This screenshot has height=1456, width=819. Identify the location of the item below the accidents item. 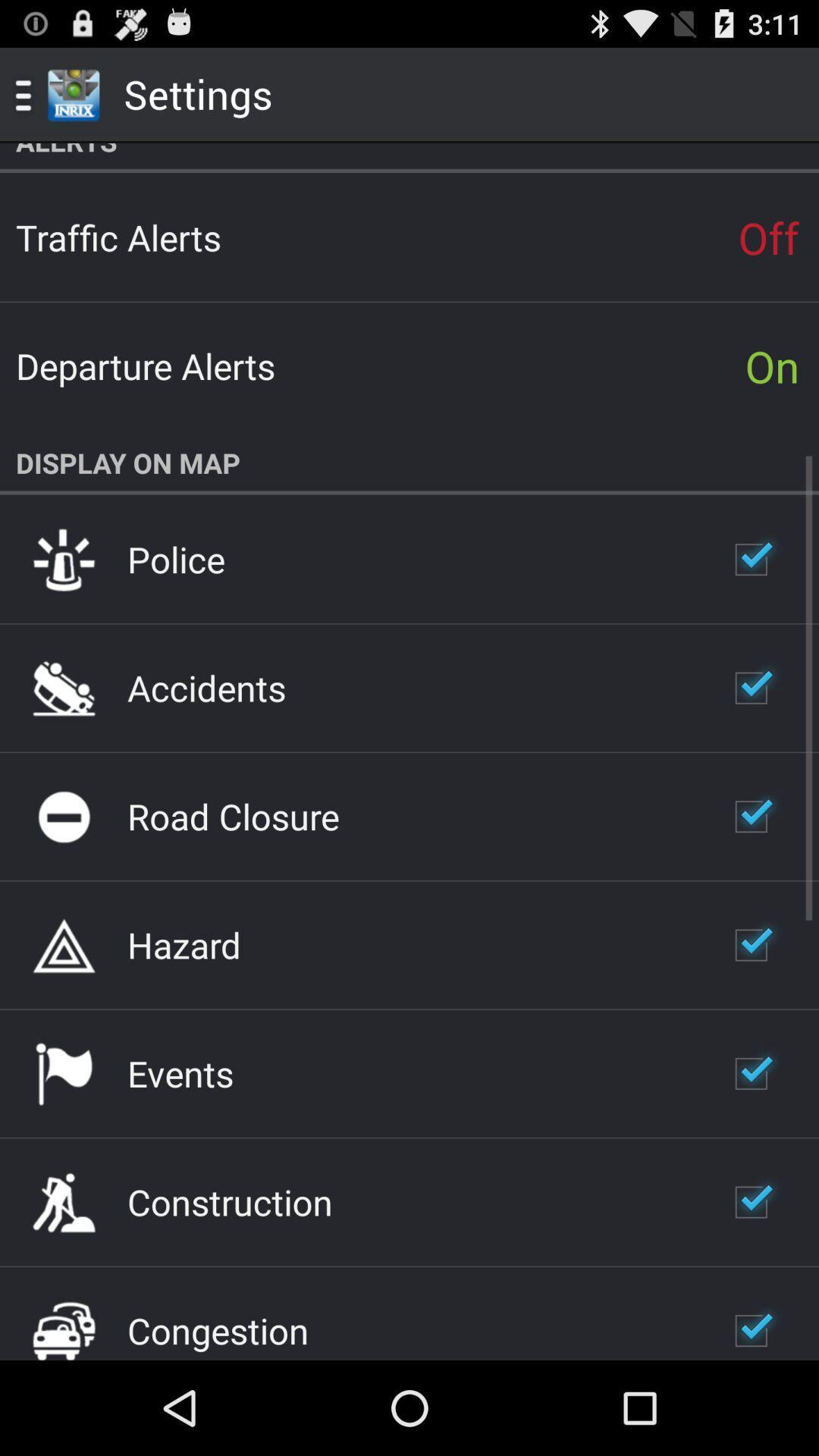
(233, 815).